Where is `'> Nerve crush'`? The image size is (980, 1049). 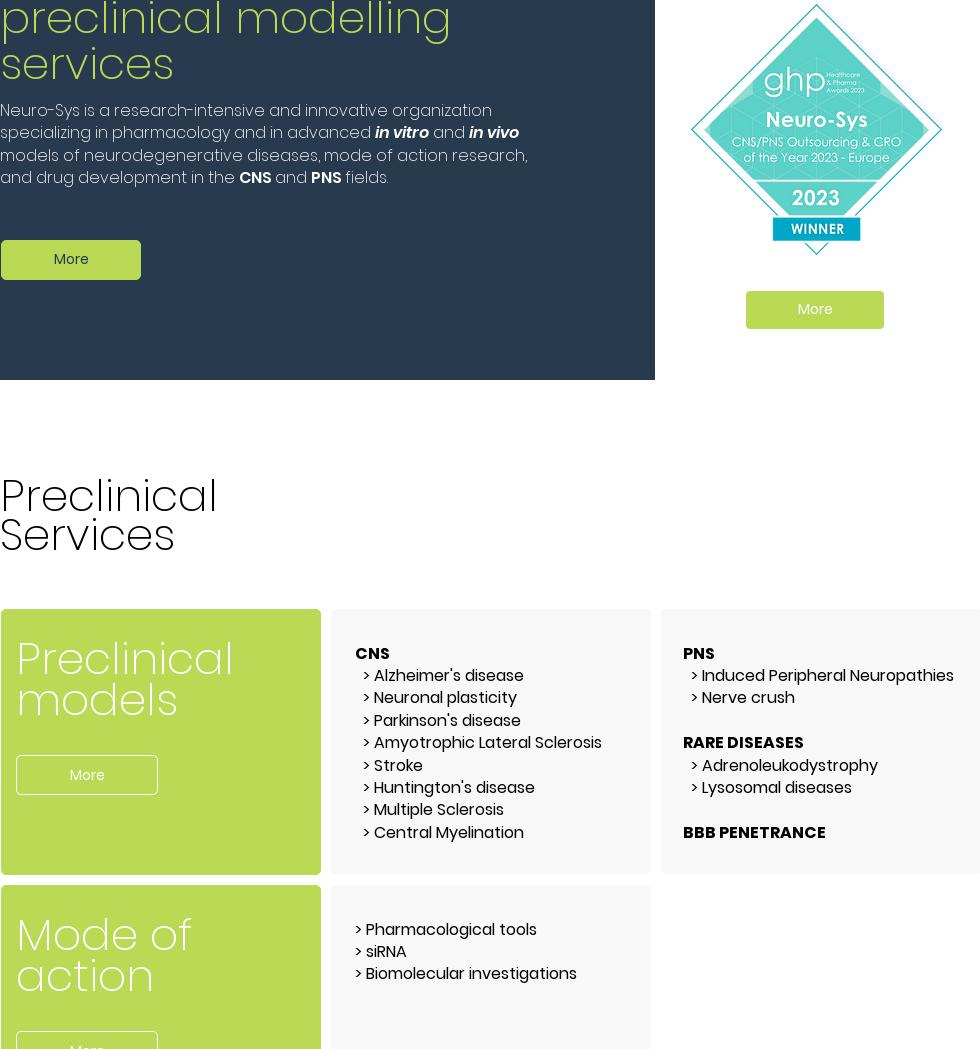
'> Nerve crush' is located at coordinates (682, 697).